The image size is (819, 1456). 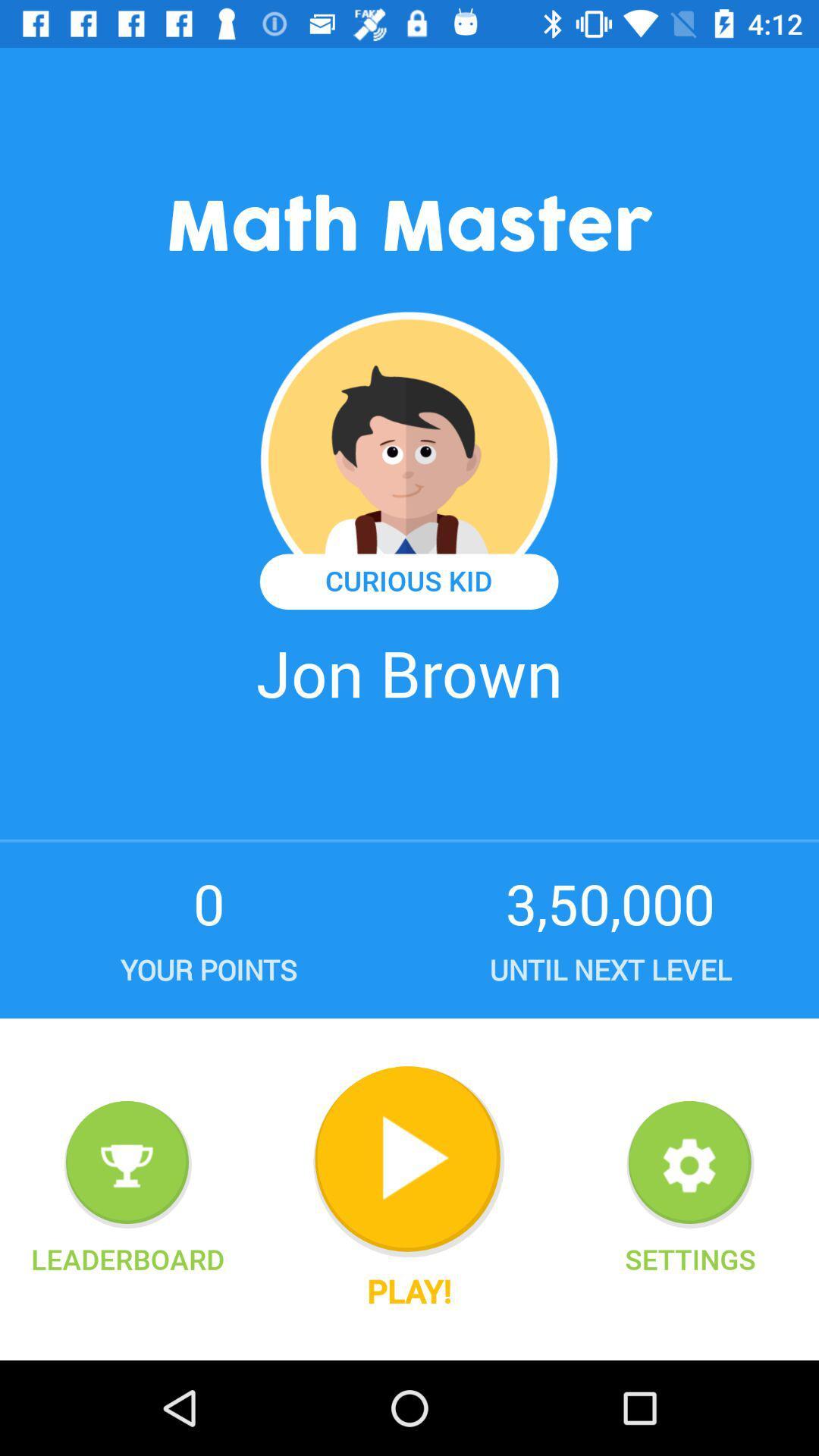 What do you see at coordinates (690, 1164) in the screenshot?
I see `settings` at bounding box center [690, 1164].